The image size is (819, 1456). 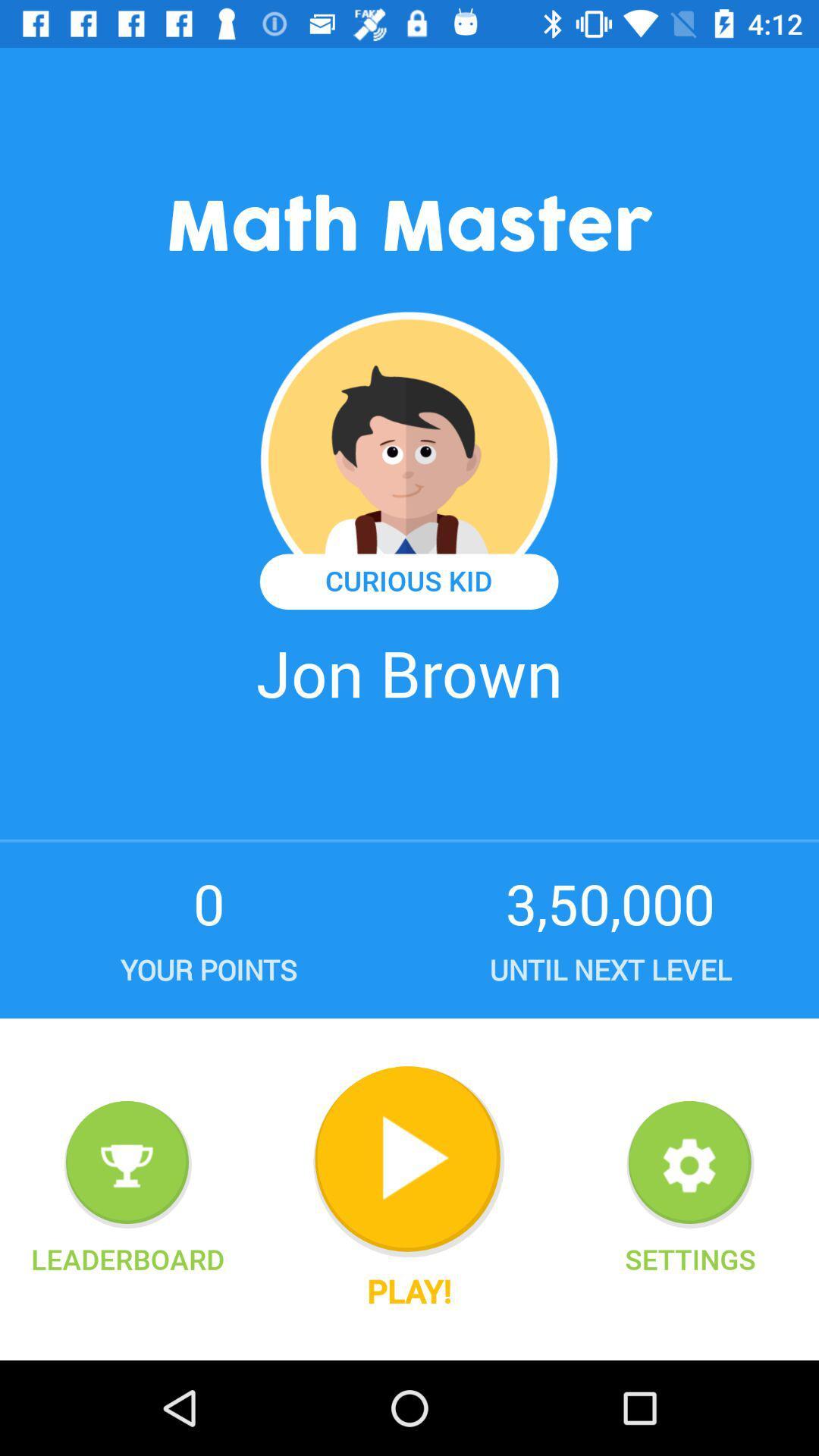 What do you see at coordinates (690, 1164) in the screenshot?
I see `settings` at bounding box center [690, 1164].